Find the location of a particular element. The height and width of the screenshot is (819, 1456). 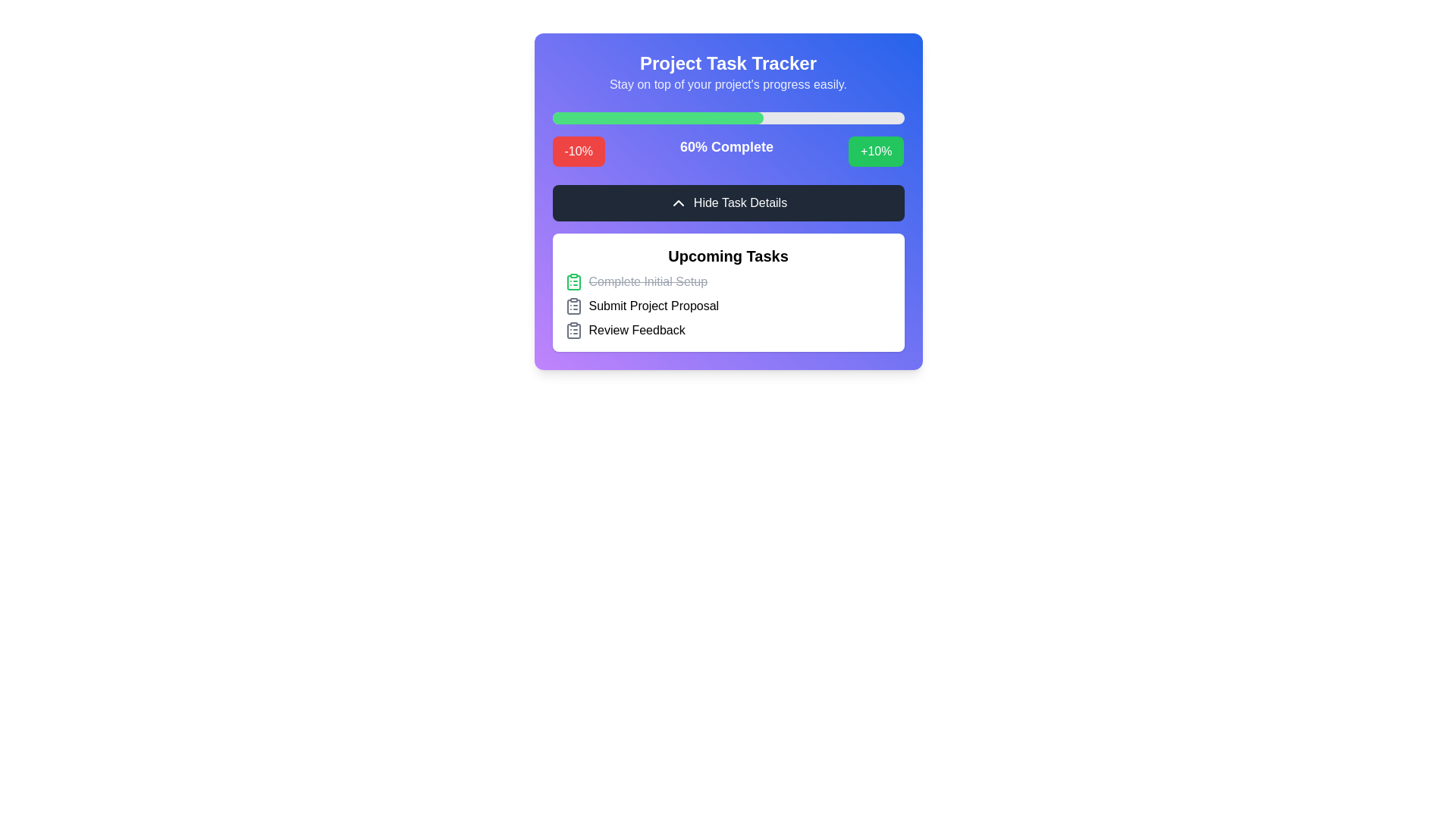

the rectangular progress bar with a grey background and rounded corners, which visually indicates the project's progress percentage is located at coordinates (728, 117).